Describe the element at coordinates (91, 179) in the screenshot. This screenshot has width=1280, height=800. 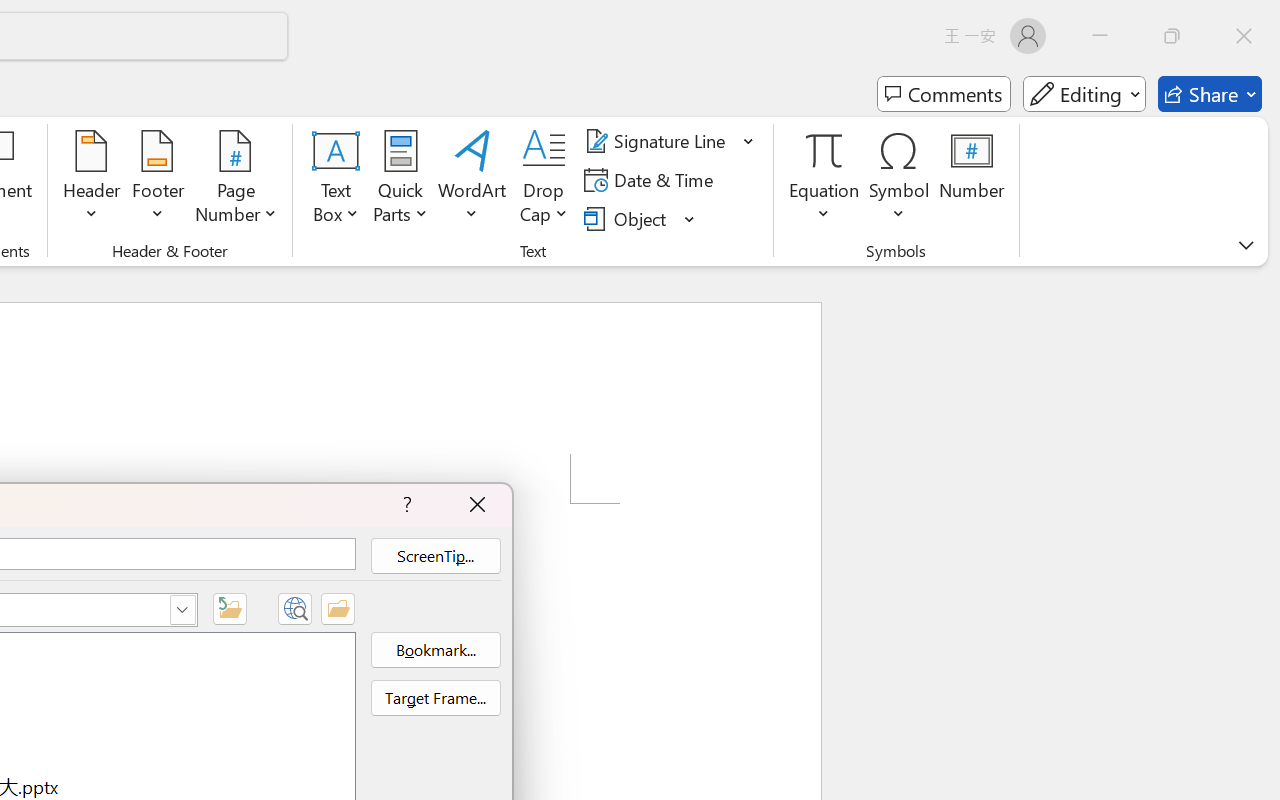
I see `'Header'` at that location.